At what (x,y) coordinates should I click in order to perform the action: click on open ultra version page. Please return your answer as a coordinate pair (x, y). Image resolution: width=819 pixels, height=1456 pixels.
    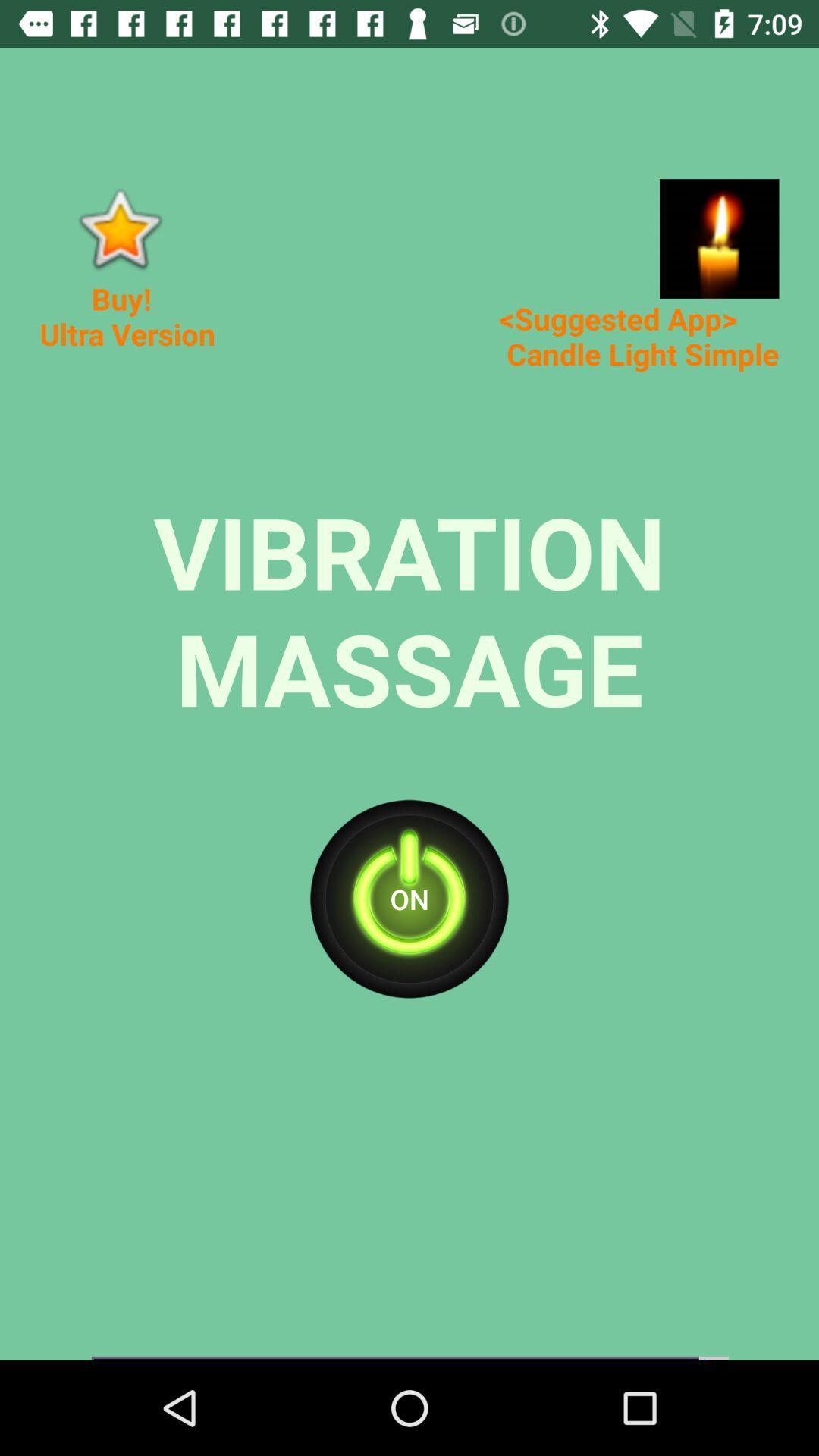
    Looking at the image, I should click on (118, 227).